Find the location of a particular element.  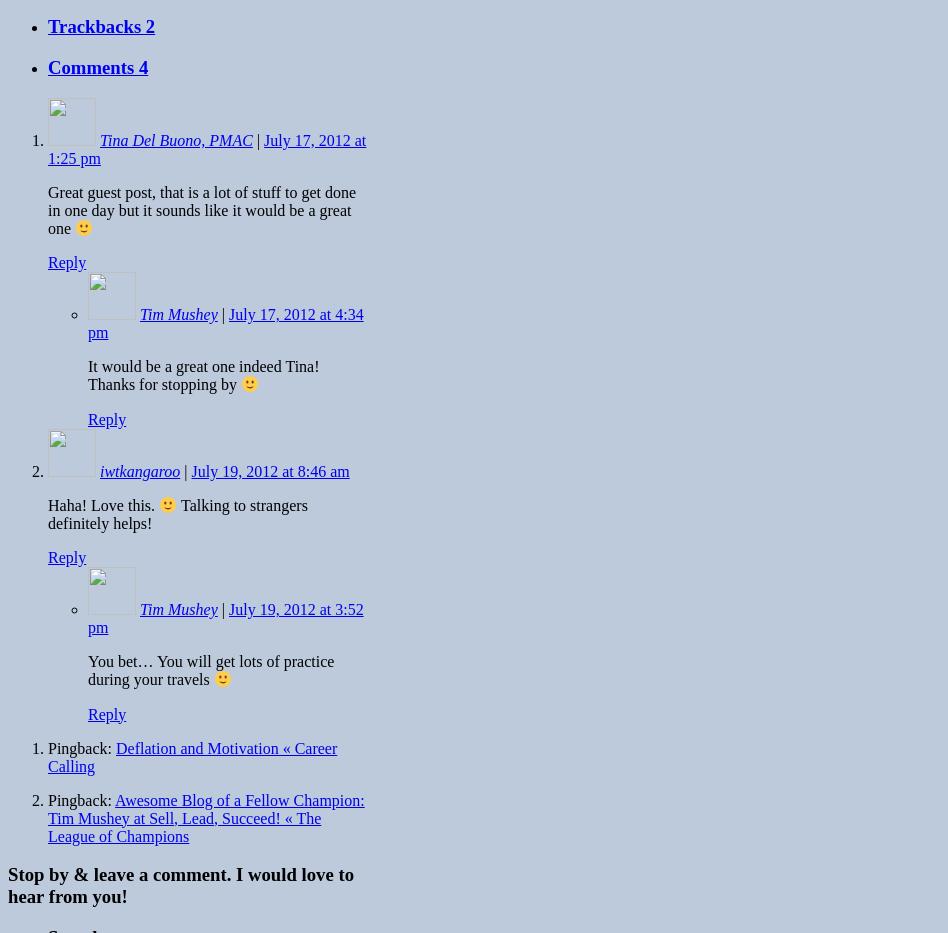

'July 19, 2012 at 8:46 am' is located at coordinates (190, 470).